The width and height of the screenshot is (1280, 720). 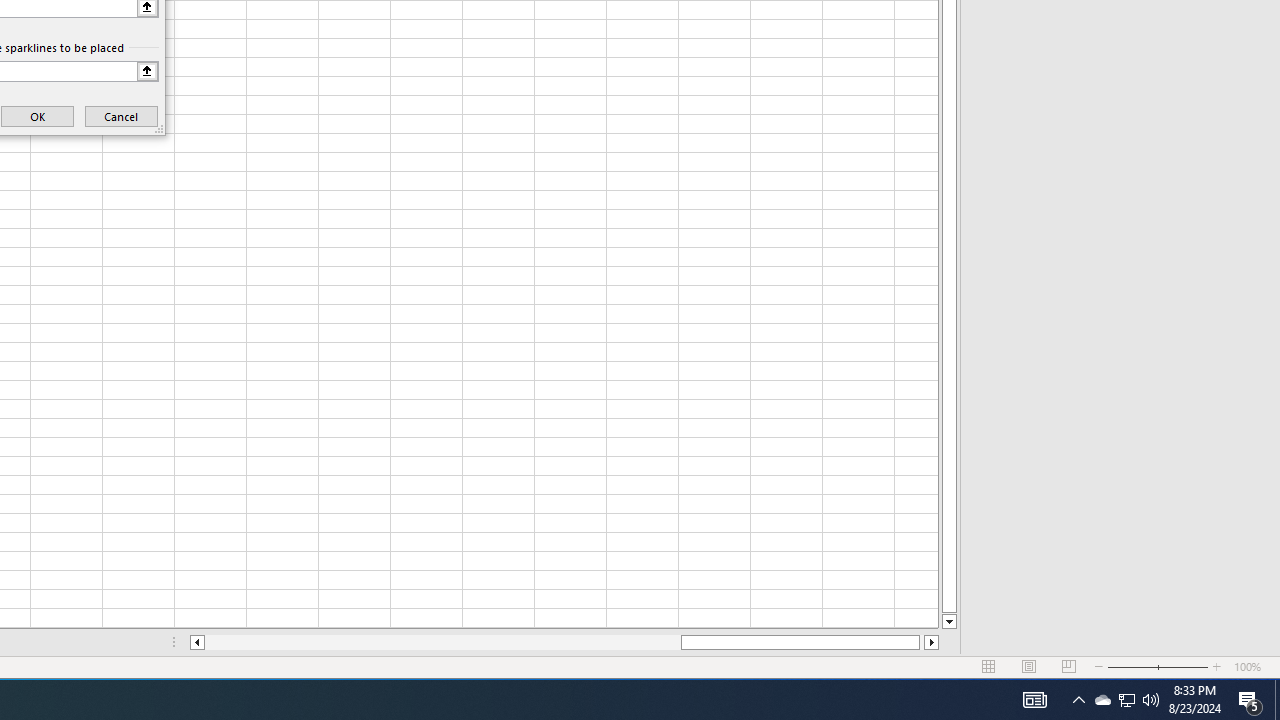 I want to click on 'Line down', so click(x=948, y=621).